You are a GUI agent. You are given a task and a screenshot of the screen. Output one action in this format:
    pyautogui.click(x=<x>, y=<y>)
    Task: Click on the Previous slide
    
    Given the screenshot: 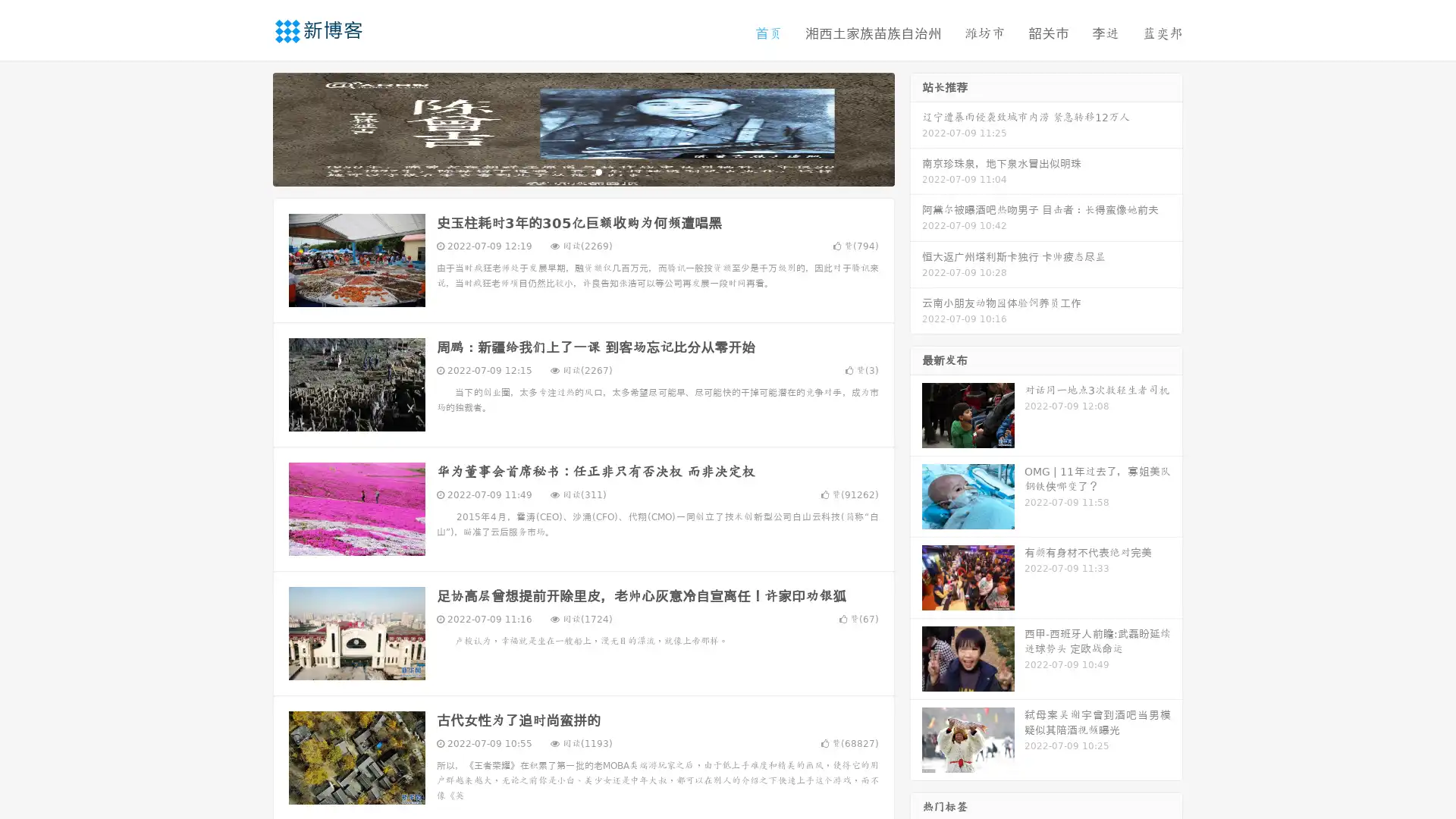 What is the action you would take?
    pyautogui.click(x=250, y=127)
    